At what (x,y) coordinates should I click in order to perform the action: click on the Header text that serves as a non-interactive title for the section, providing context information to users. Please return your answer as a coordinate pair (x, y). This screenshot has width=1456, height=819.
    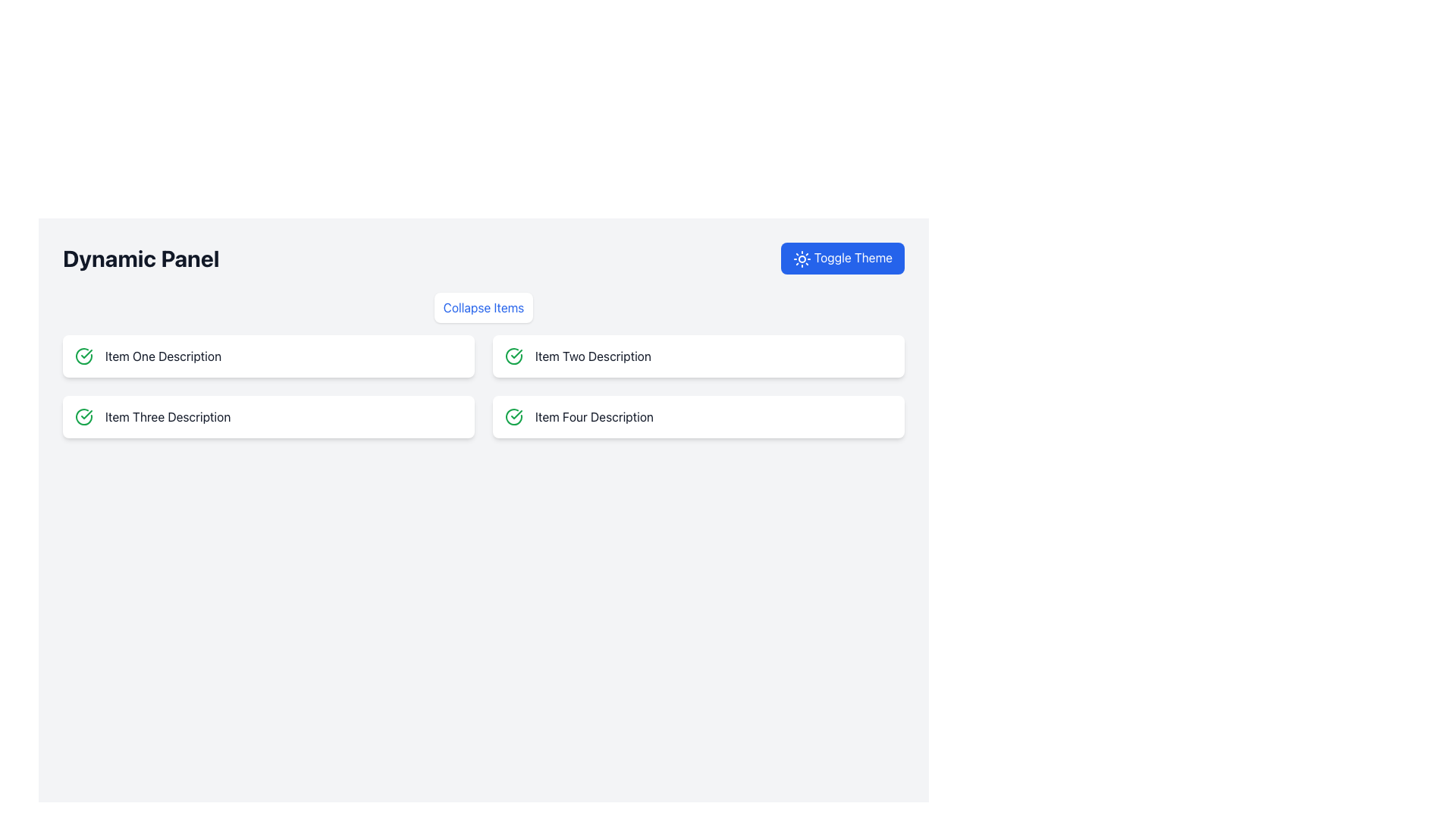
    Looking at the image, I should click on (141, 257).